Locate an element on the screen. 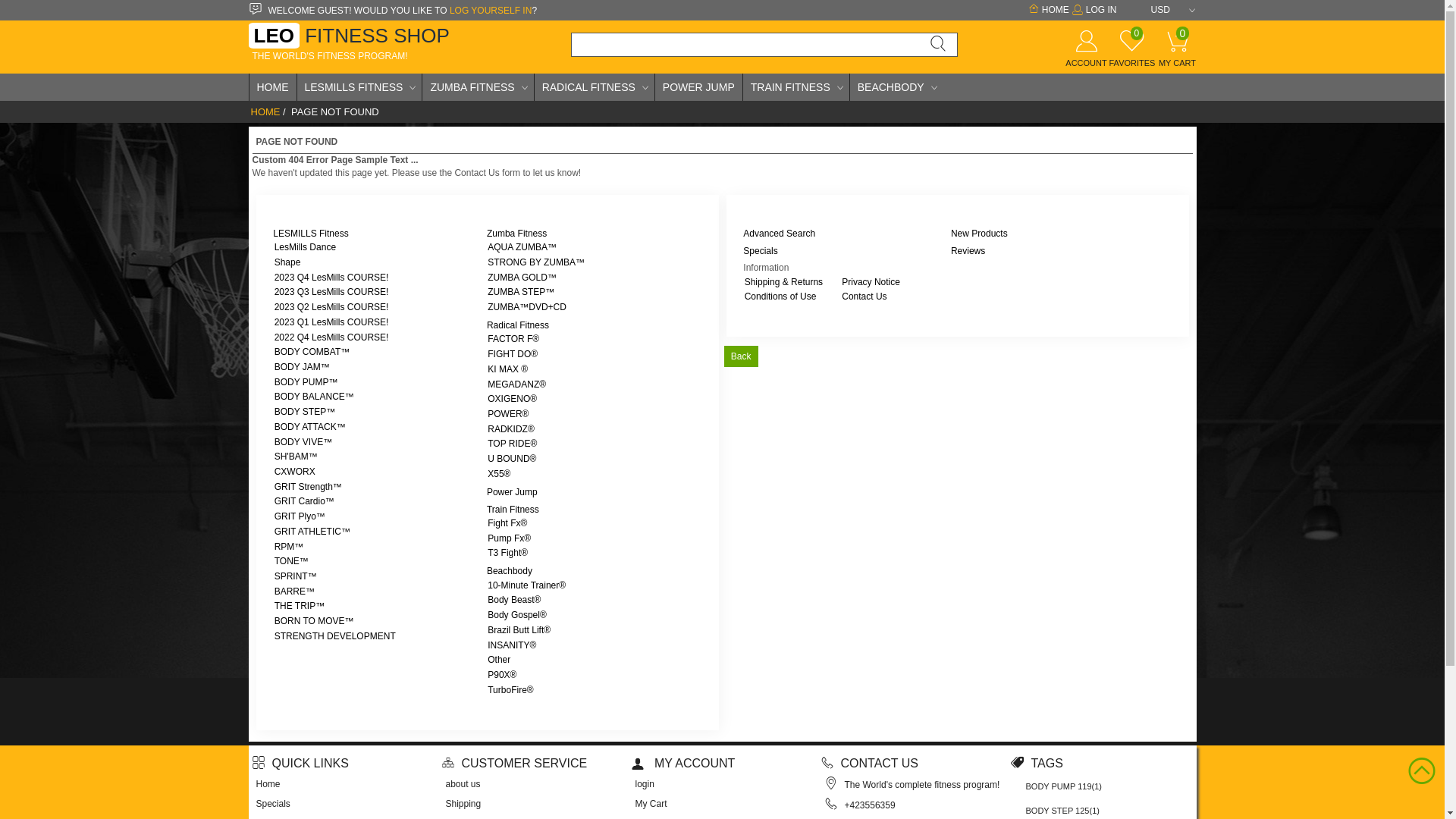 Image resolution: width=1456 pixels, height=819 pixels. ' Back ' is located at coordinates (740, 356).